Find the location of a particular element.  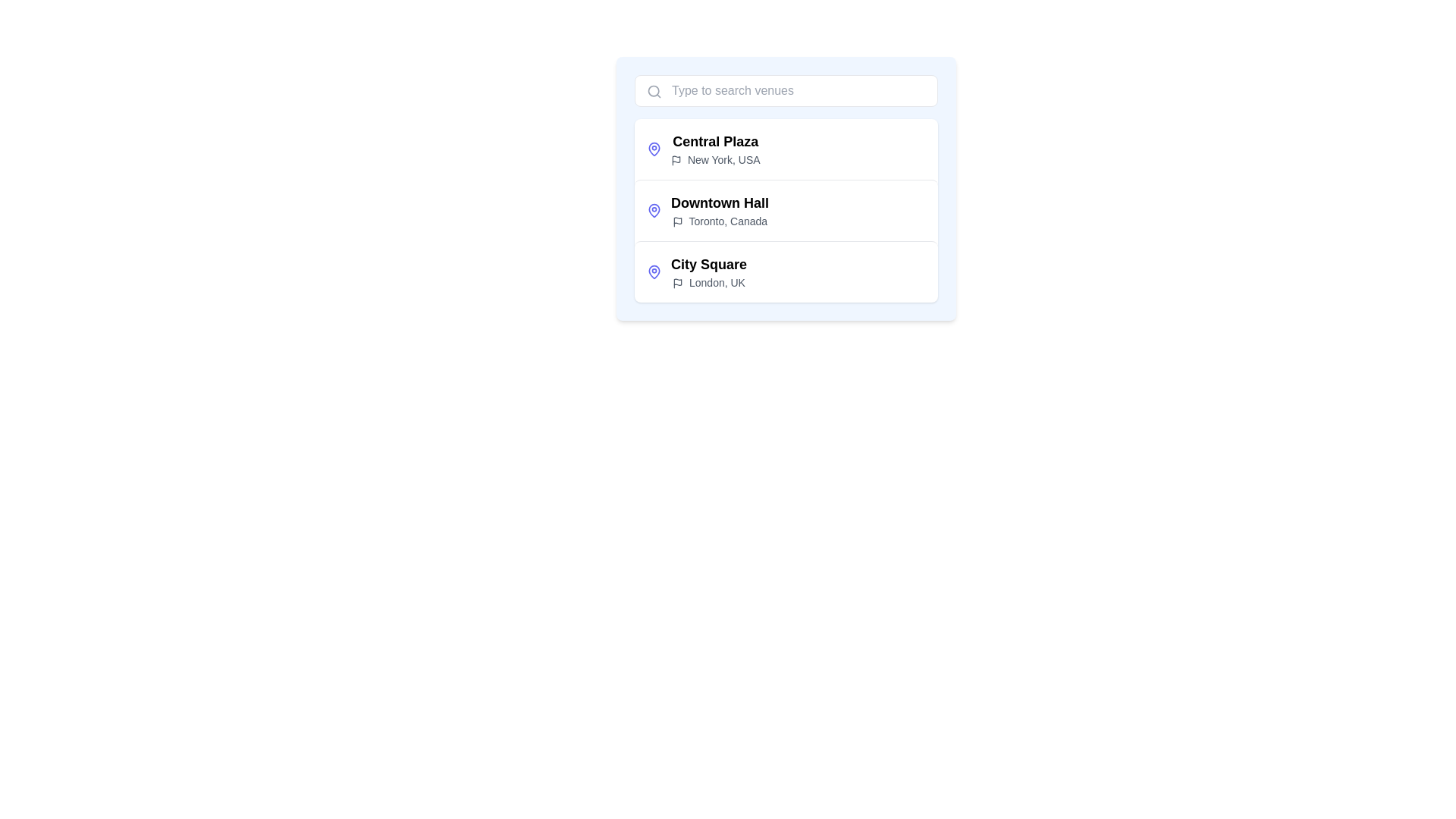

the pin icon with a circular base and pointed bottom, styled in indigo, located at the top-left corner of the 'Central Plaza' list item in the search results panel is located at coordinates (654, 149).